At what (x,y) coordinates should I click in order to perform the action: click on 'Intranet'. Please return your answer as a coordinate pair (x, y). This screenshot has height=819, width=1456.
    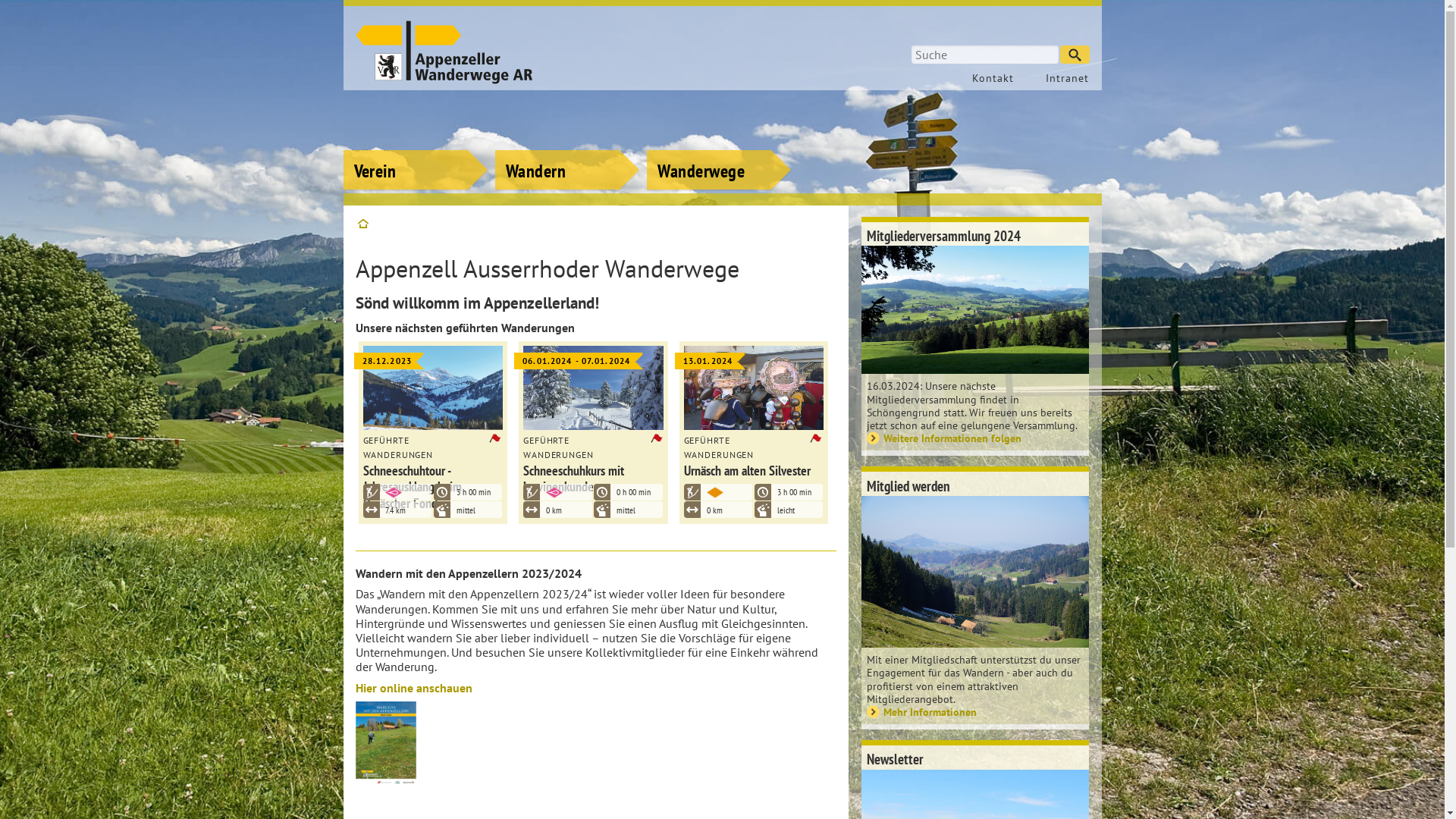
    Looking at the image, I should click on (1058, 78).